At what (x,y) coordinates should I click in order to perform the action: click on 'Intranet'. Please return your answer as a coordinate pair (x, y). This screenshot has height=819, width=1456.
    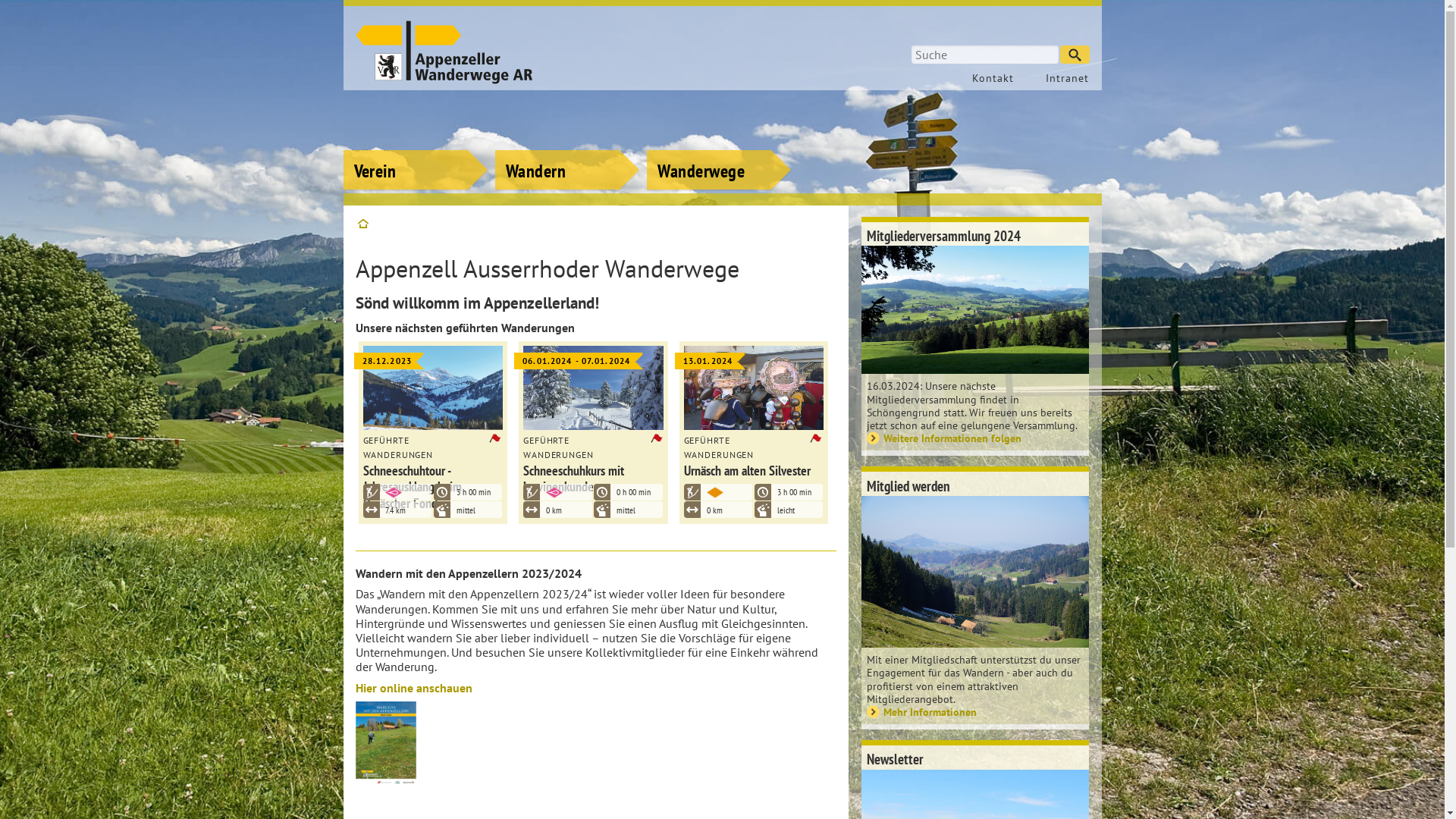
    Looking at the image, I should click on (1058, 78).